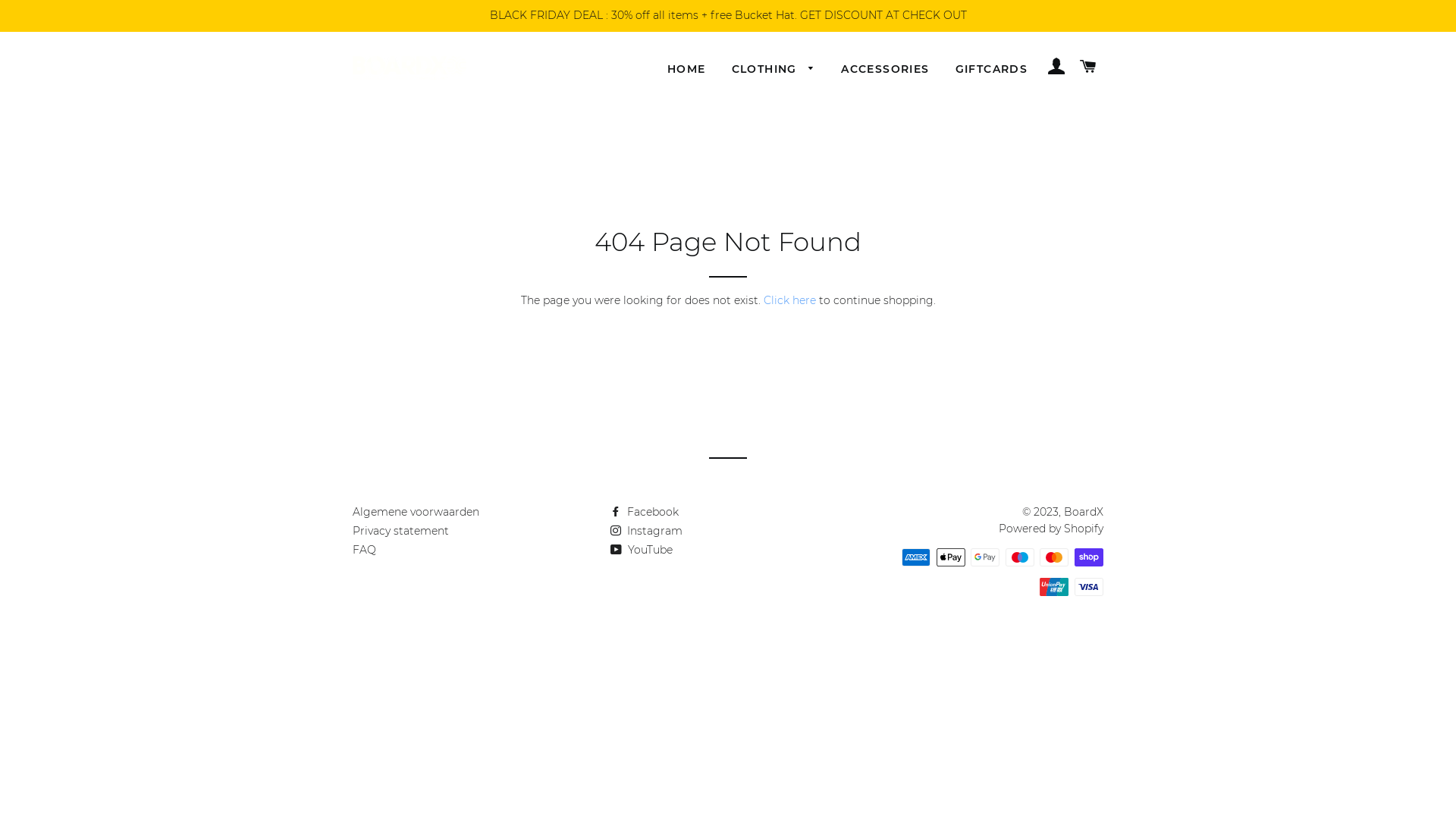  Describe the element at coordinates (364, 550) in the screenshot. I see `'FAQ'` at that location.